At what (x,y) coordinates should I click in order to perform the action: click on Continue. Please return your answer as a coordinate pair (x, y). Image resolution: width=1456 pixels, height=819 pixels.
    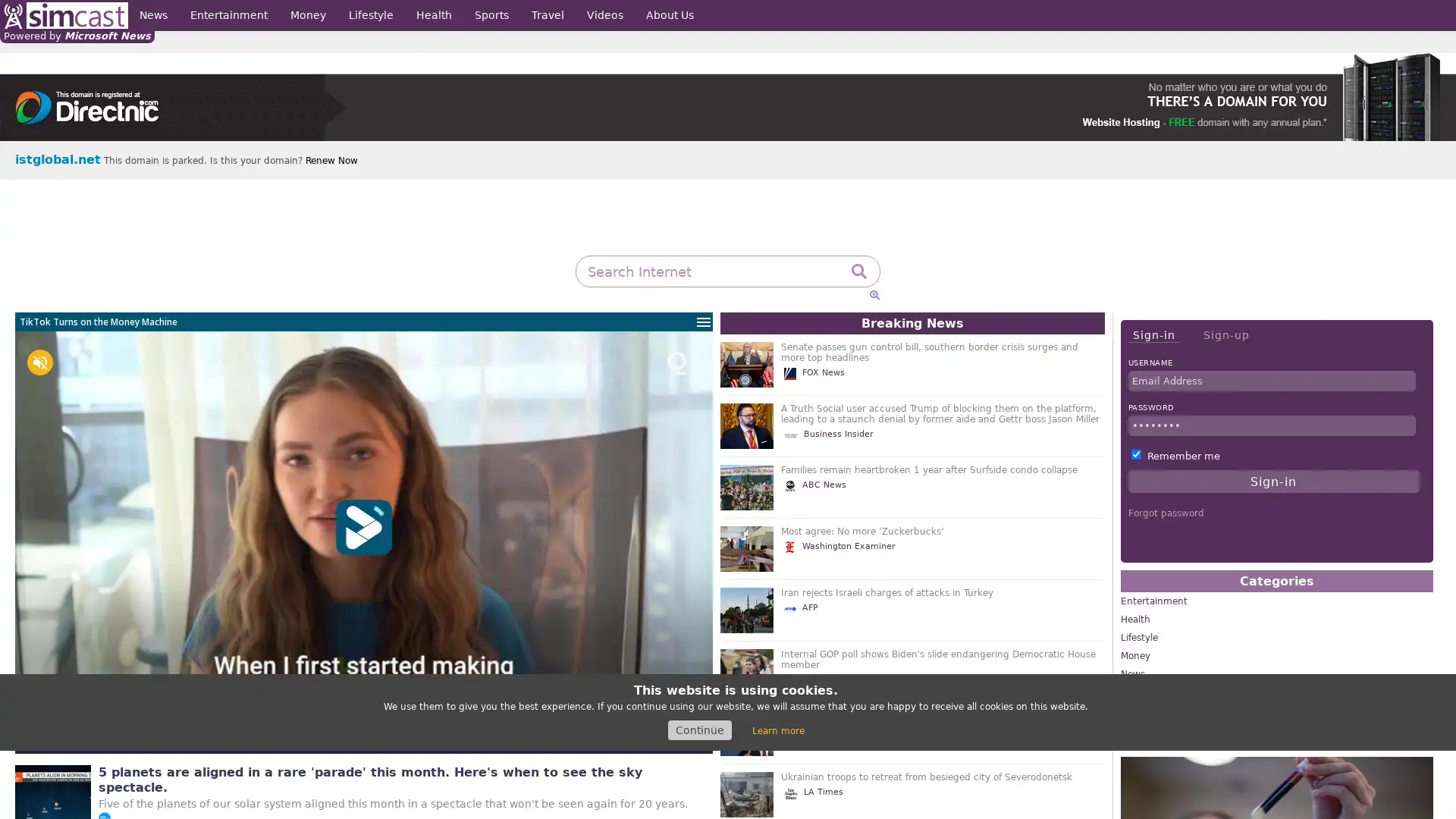
    Looking at the image, I should click on (698, 730).